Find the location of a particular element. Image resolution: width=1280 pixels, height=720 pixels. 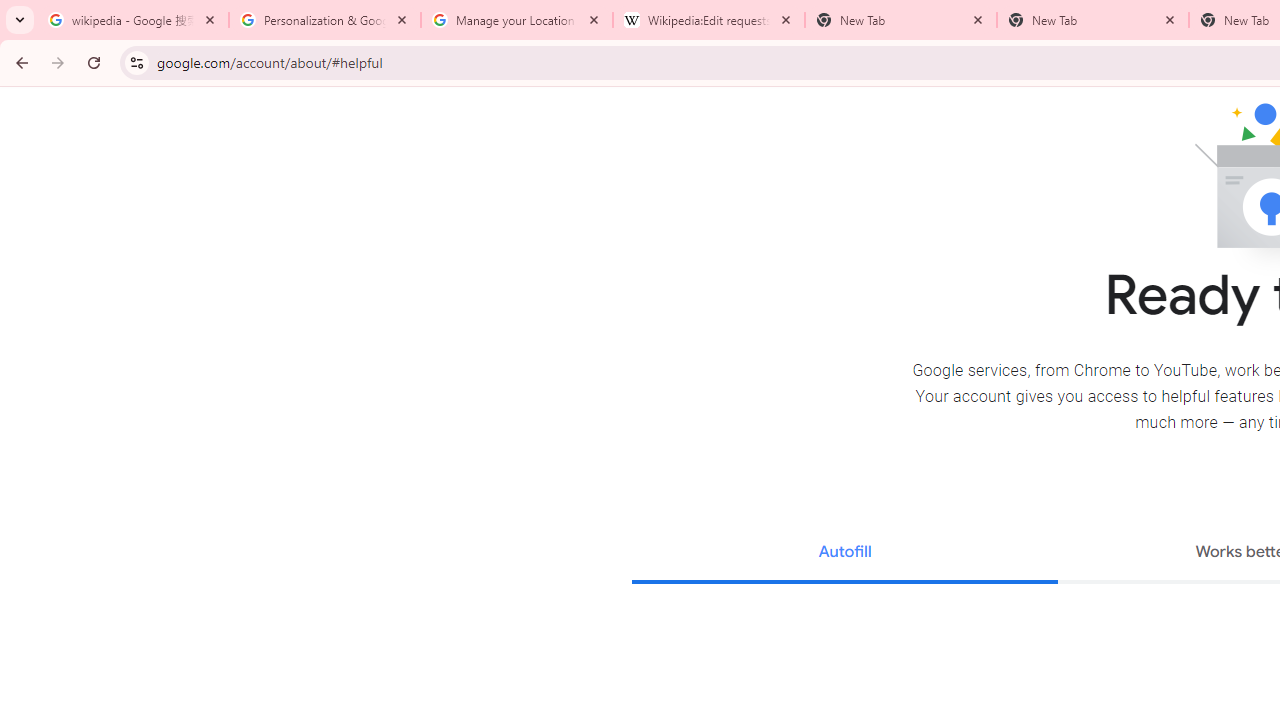

'Personalization & Google Search results - Google Search Help' is located at coordinates (325, 20).